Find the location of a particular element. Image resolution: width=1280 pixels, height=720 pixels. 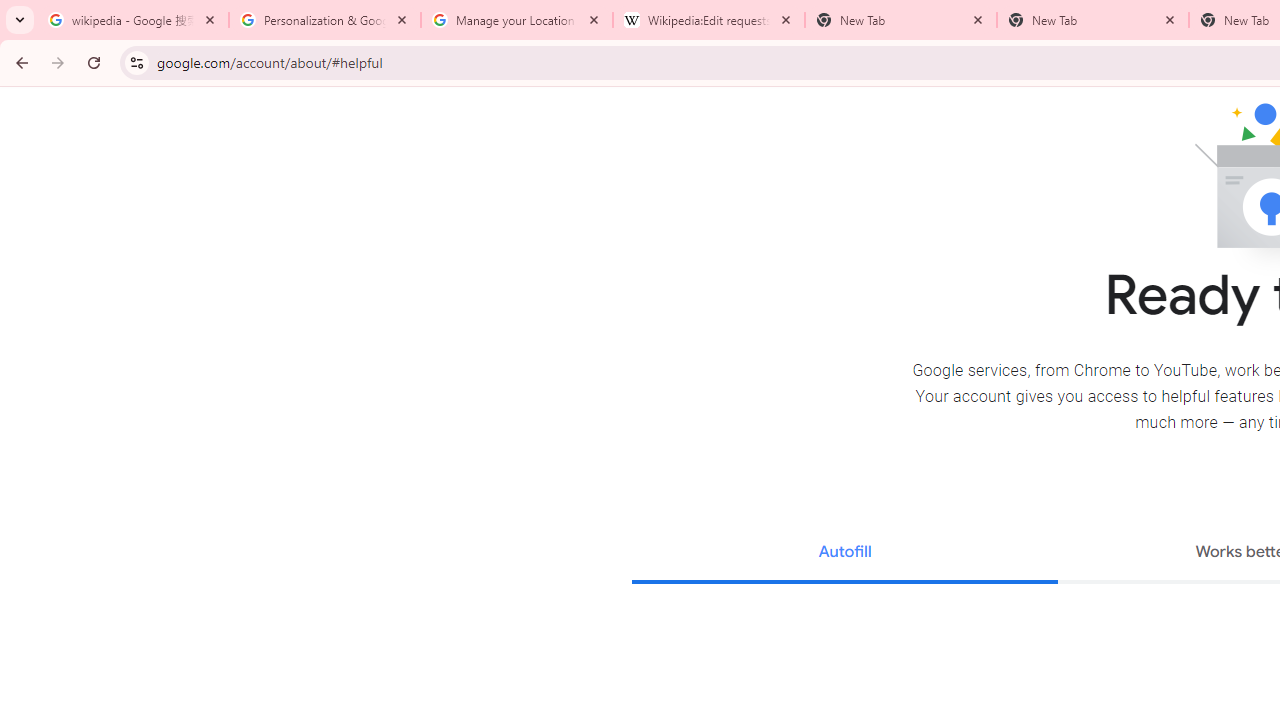

'Personalization & Google Search results - Google Search Help' is located at coordinates (325, 20).